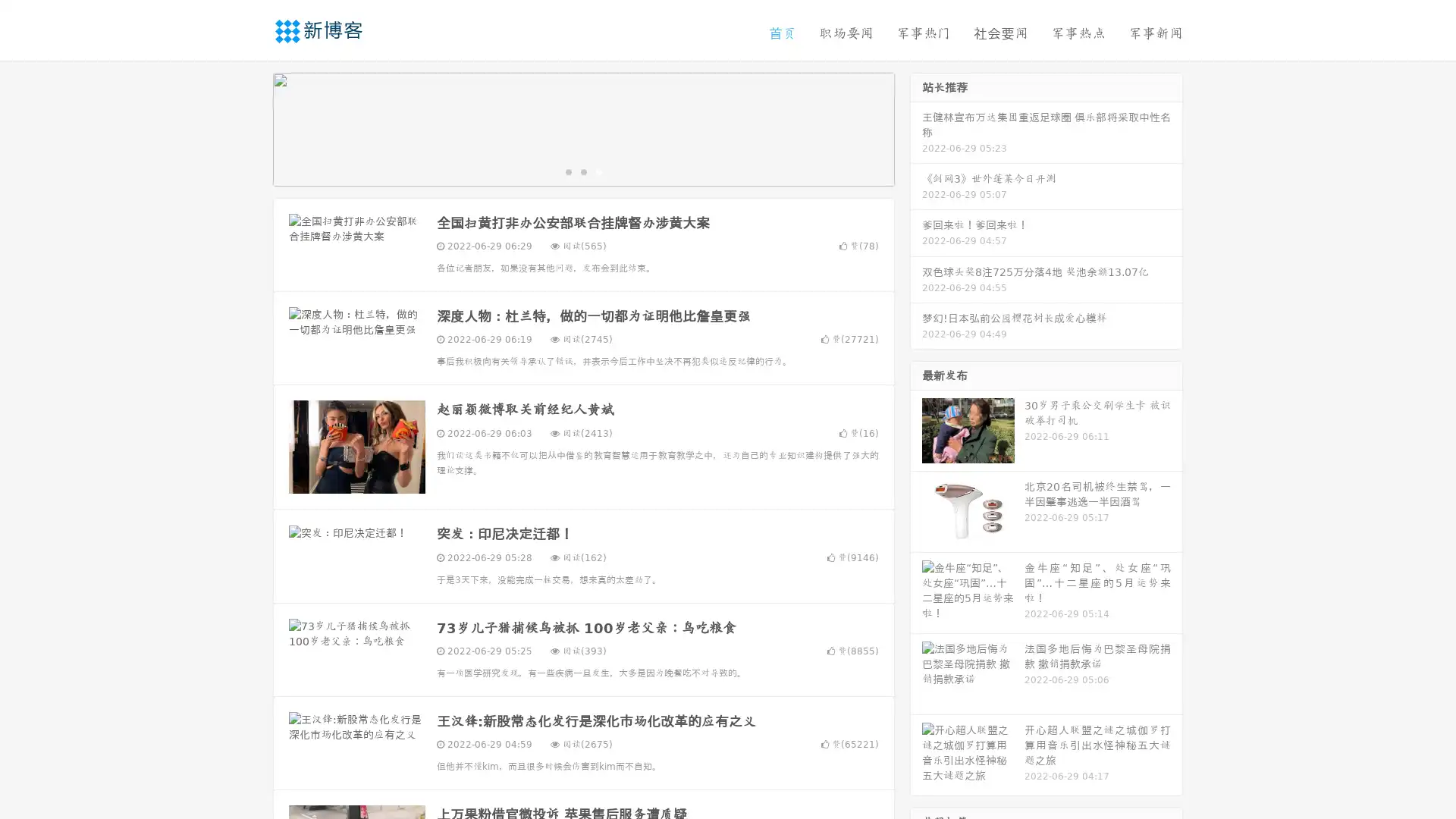 The width and height of the screenshot is (1456, 819). Describe the element at coordinates (916, 127) in the screenshot. I see `Next slide` at that location.